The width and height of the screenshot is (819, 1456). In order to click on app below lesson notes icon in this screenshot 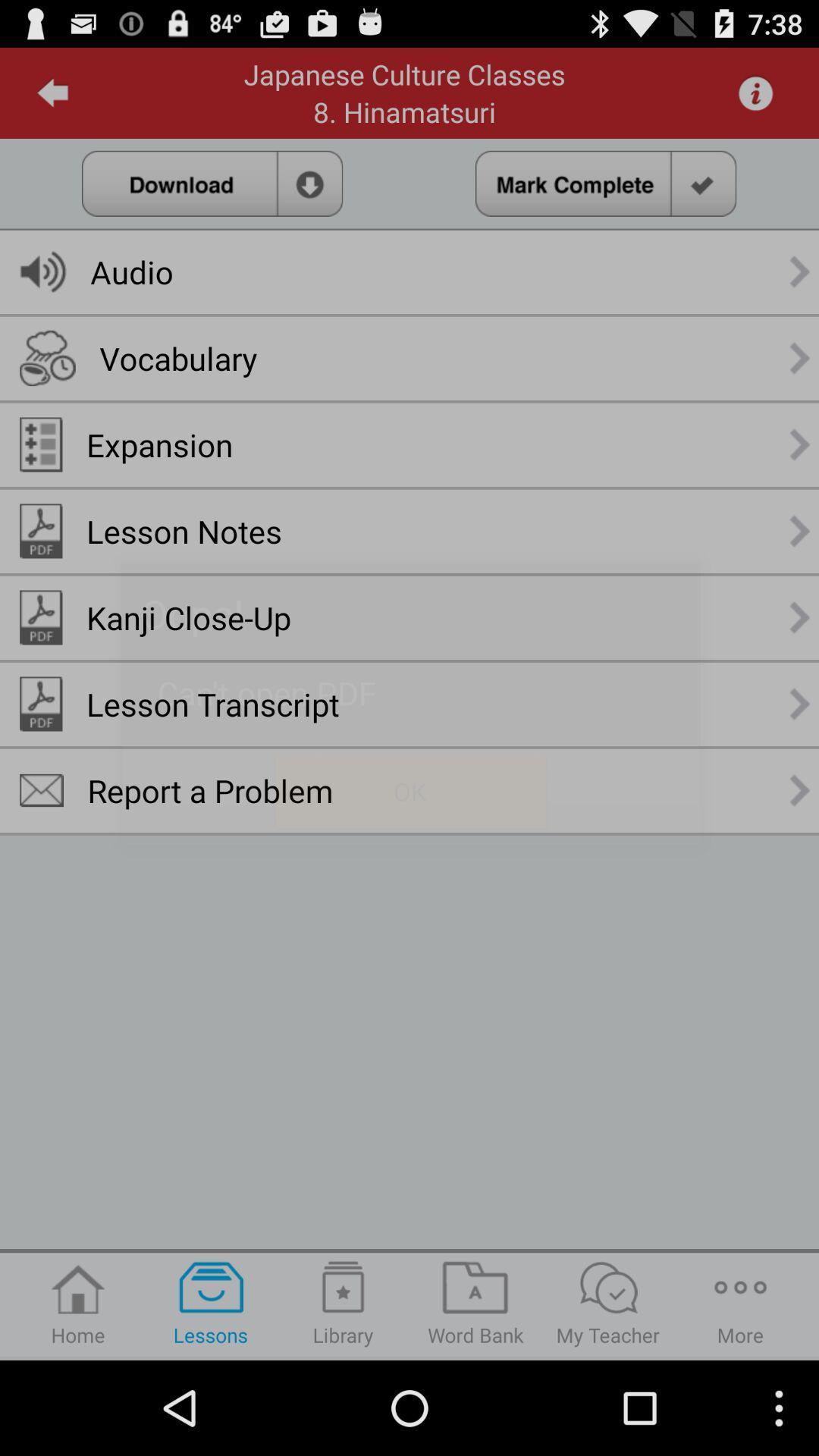, I will do `click(188, 617)`.